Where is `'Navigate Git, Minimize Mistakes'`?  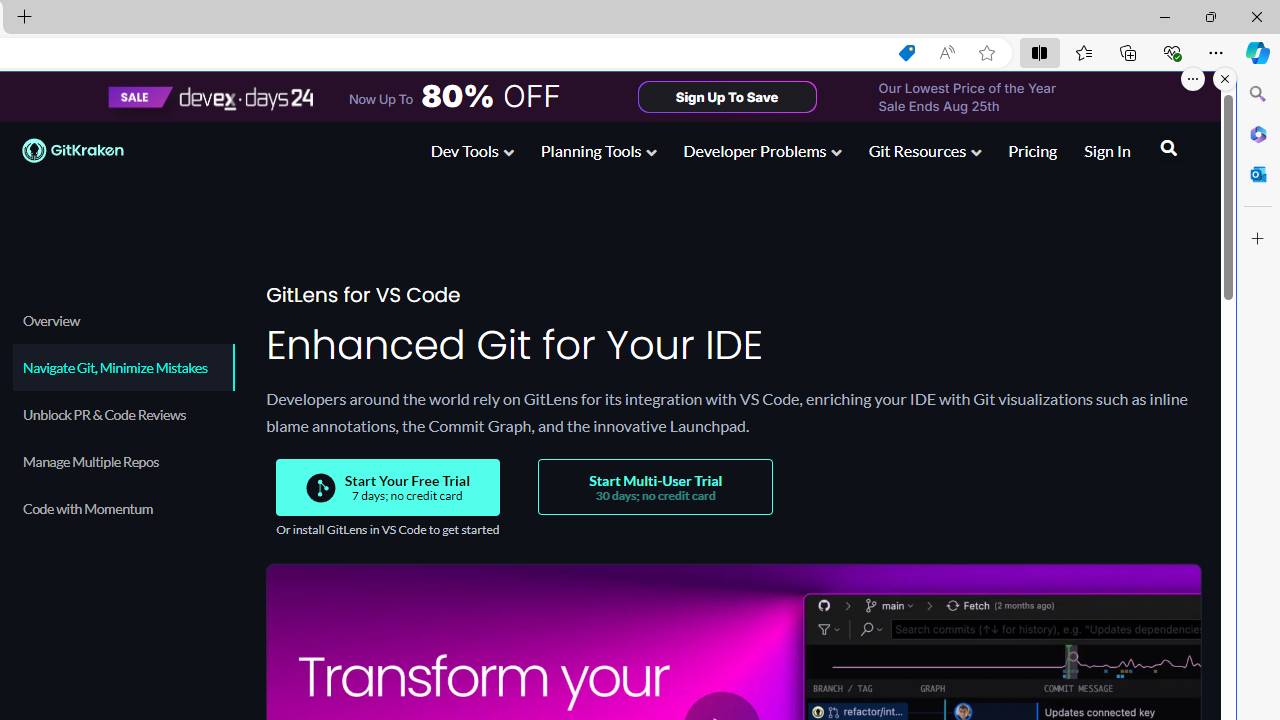
'Navigate Git, Minimize Mistakes' is located at coordinates (123, 367).